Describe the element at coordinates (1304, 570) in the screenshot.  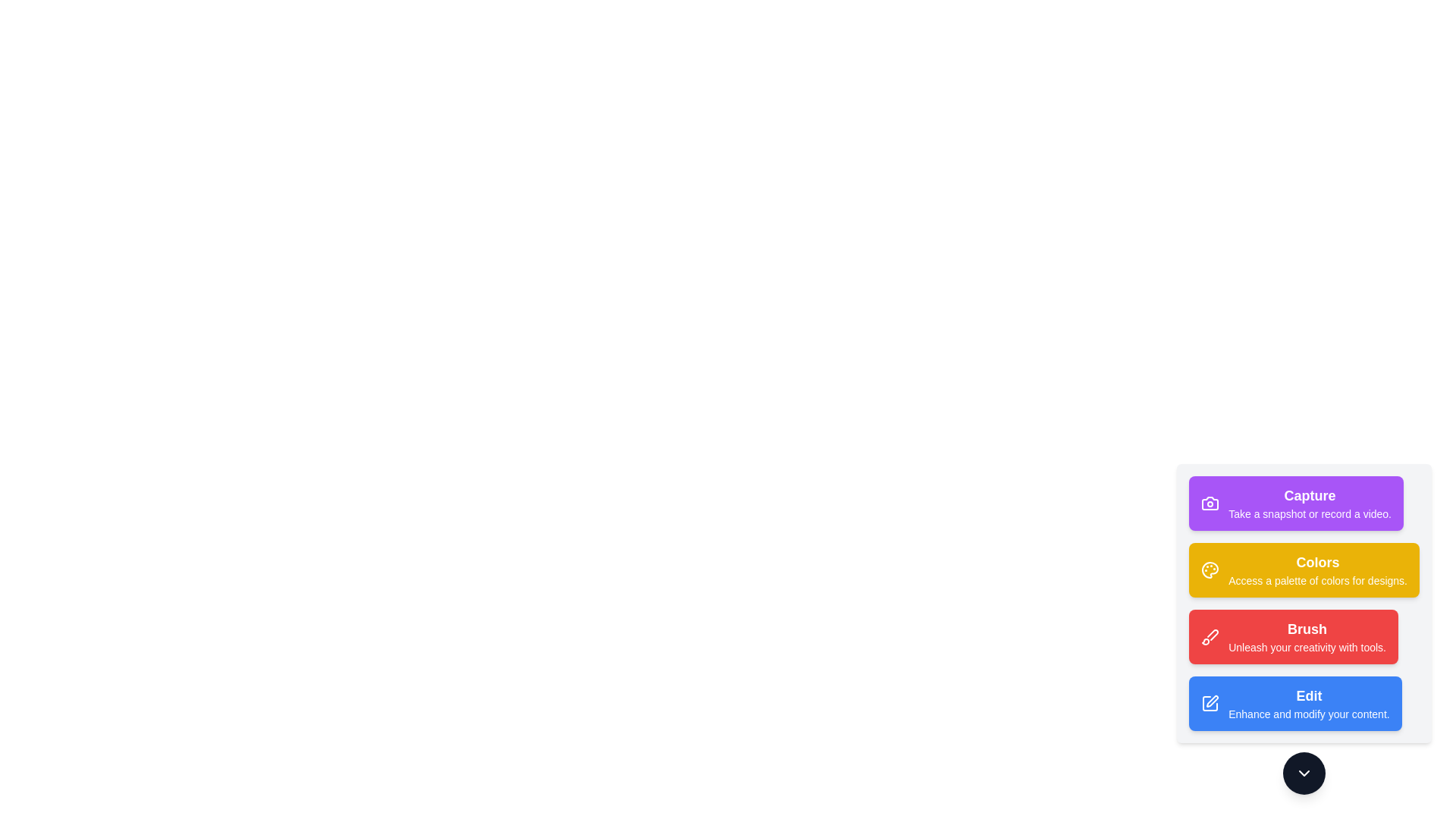
I see `the tool button corresponding to Colors` at that location.